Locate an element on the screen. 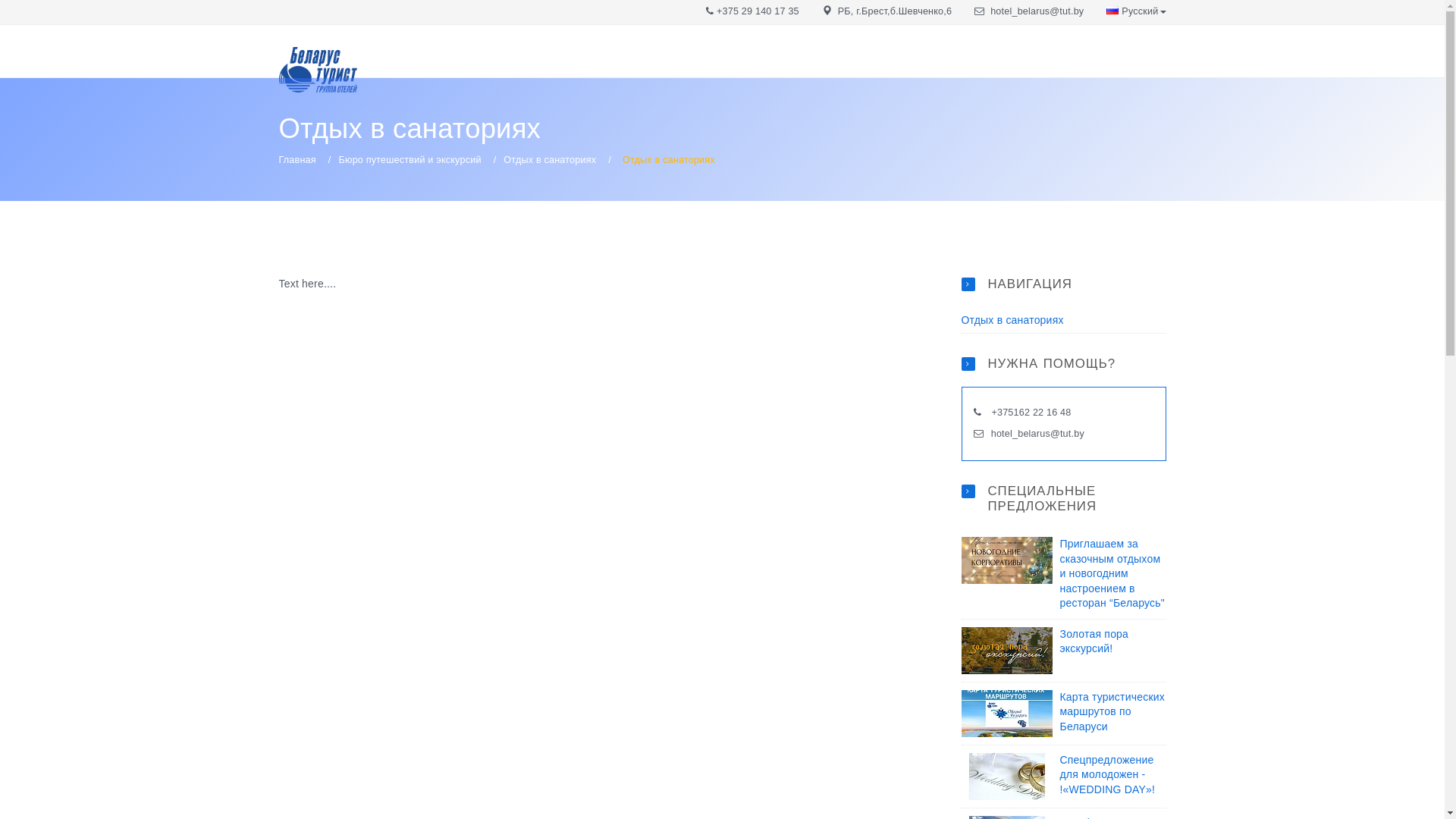 This screenshot has width=1456, height=819. '+375 29 140 17 35' is located at coordinates (758, 11).